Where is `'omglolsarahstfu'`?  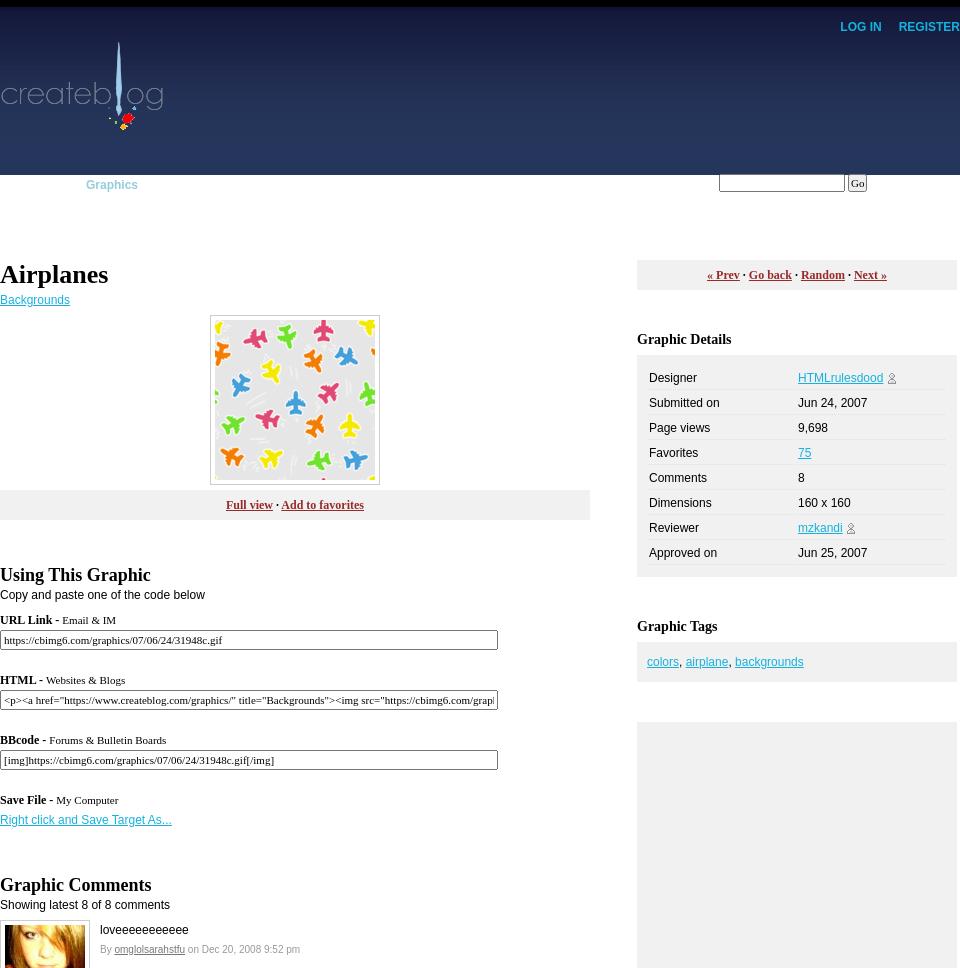
'omglolsarahstfu' is located at coordinates (148, 948).